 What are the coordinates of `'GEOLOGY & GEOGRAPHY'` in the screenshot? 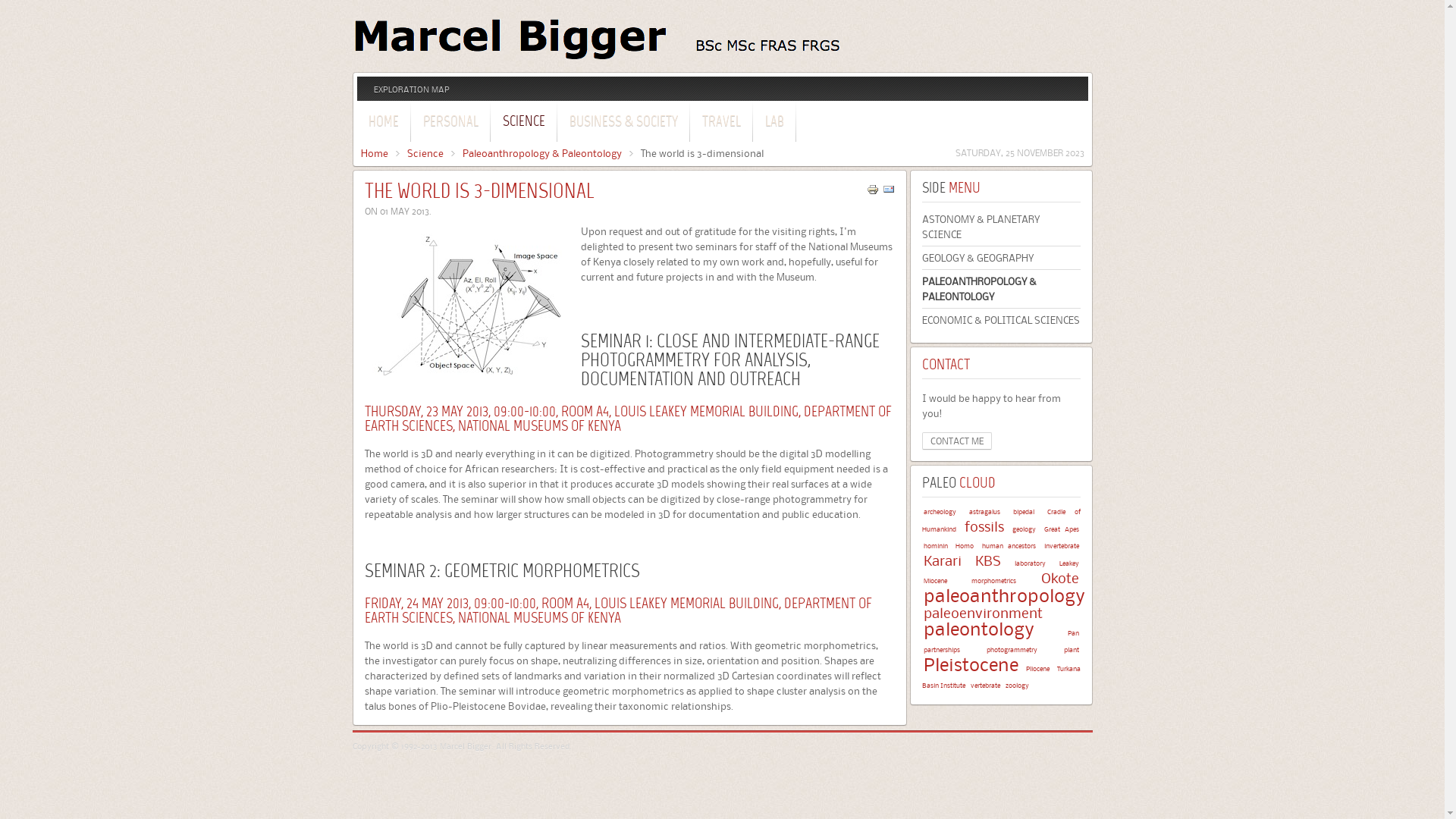 It's located at (1001, 256).